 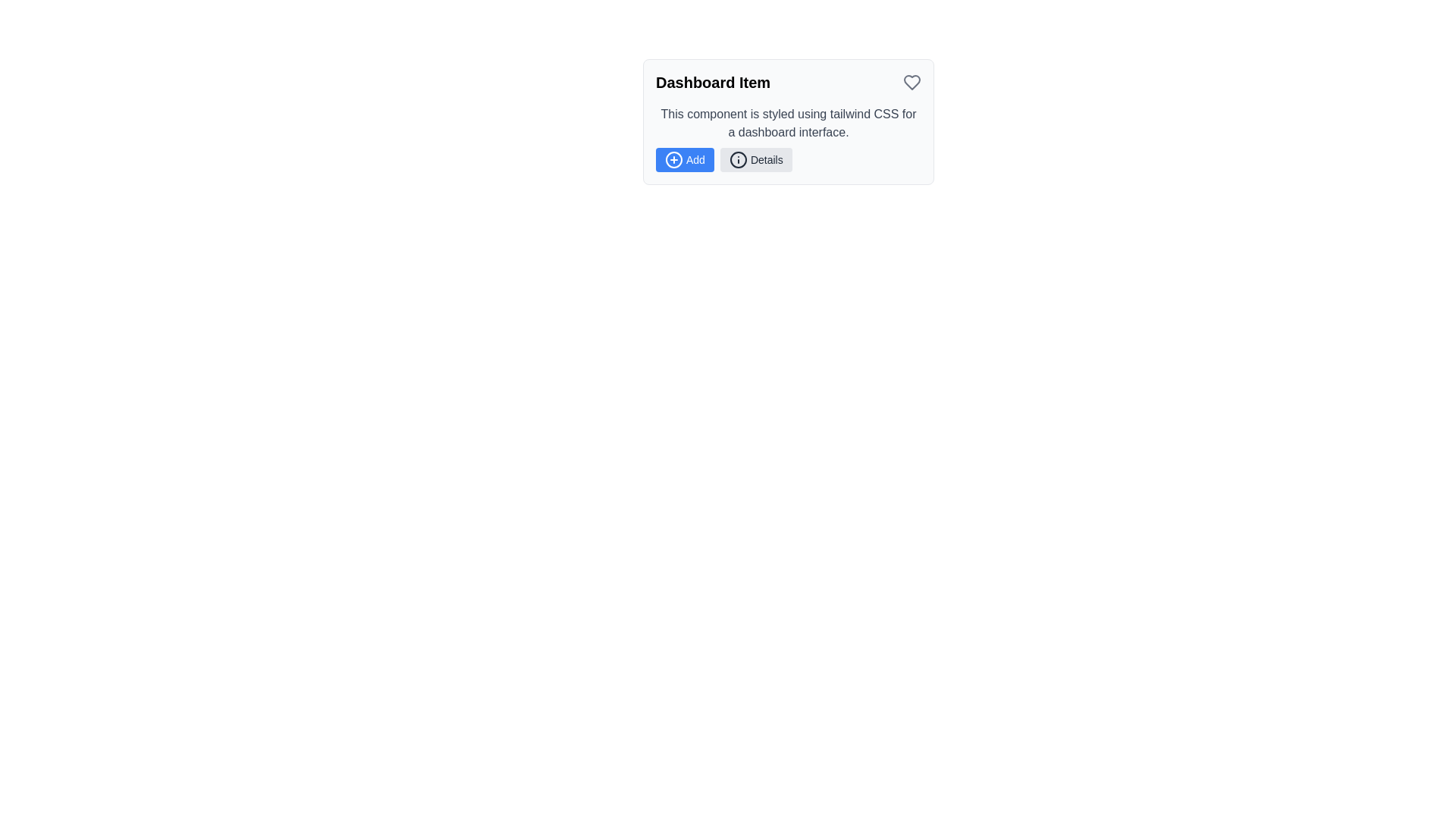 What do you see at coordinates (756, 160) in the screenshot?
I see `the gray rounded rectangle button labeled 'Details' with an information icon` at bounding box center [756, 160].